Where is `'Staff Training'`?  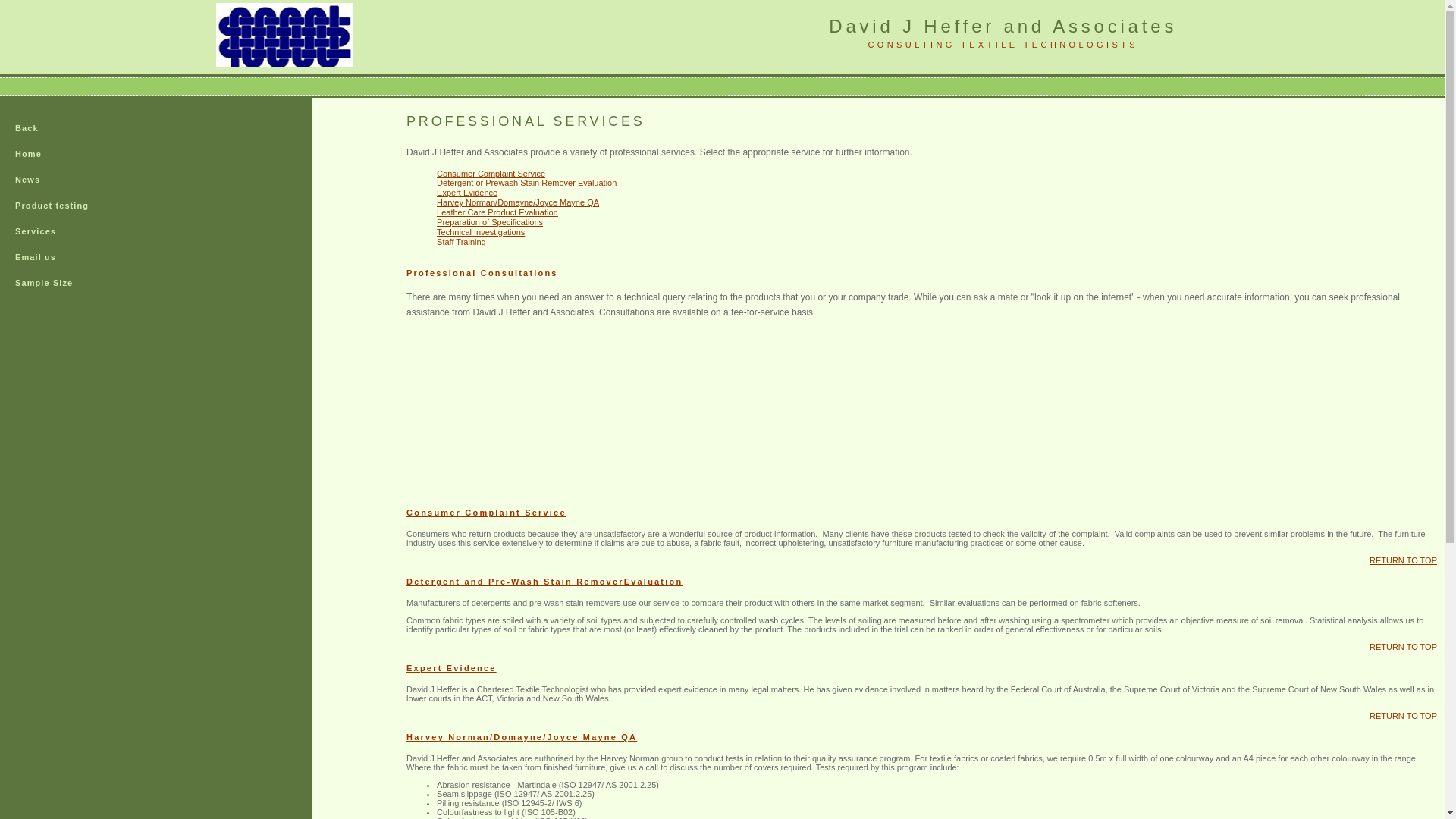 'Staff Training' is located at coordinates (460, 241).